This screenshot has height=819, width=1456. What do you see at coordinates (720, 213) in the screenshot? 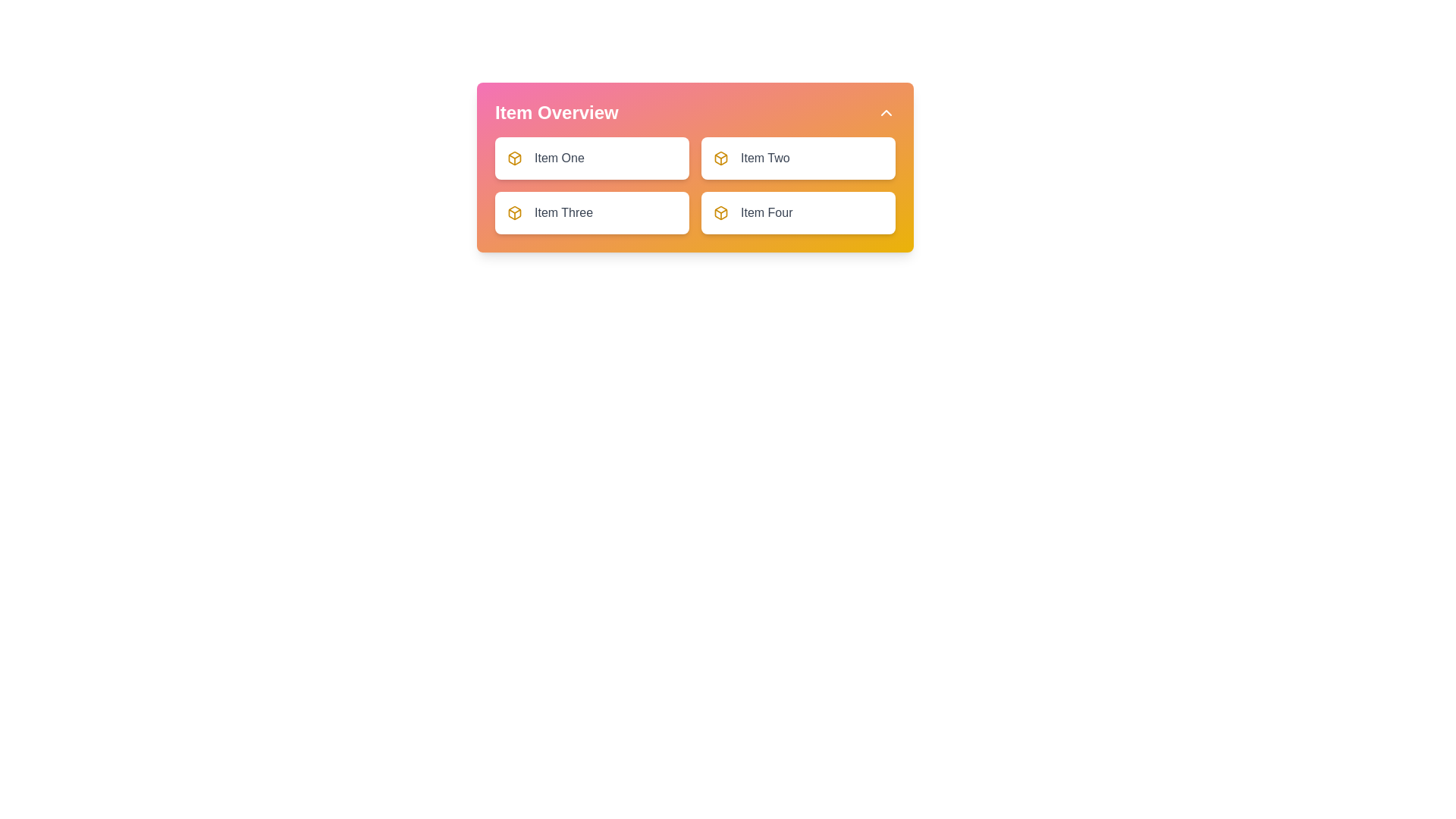
I see `the three-dimensional box icon with a yellow outline located next to the text label 'Item Four' in the bottom-right cell of the 'Item Overview' panel` at bounding box center [720, 213].